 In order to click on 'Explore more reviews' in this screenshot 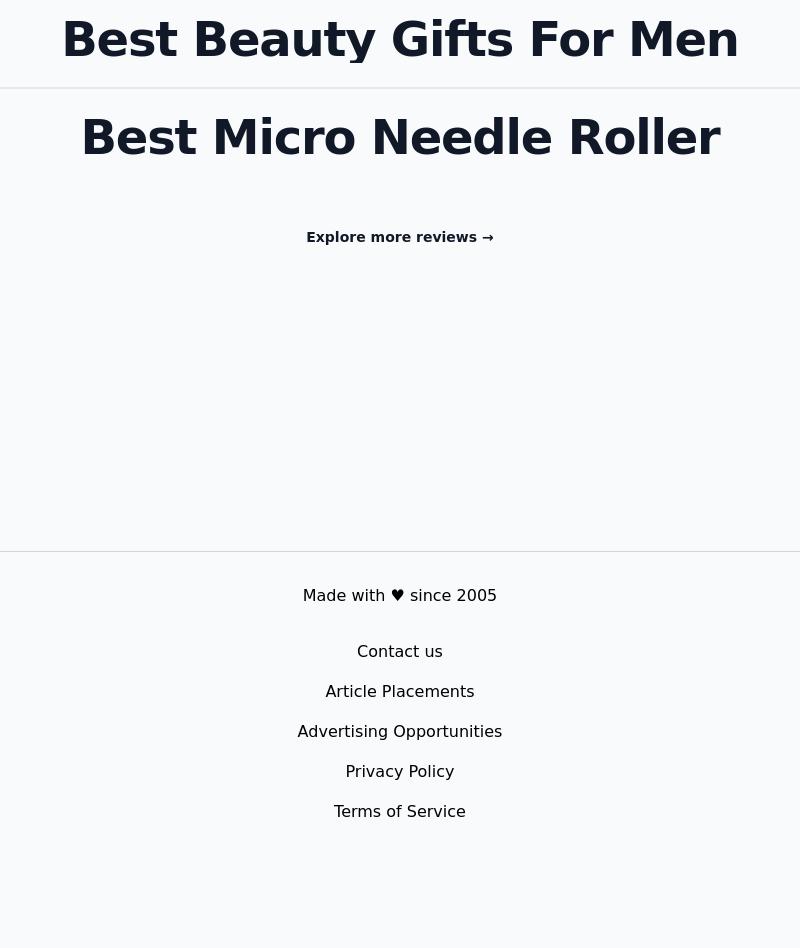, I will do `click(393, 234)`.